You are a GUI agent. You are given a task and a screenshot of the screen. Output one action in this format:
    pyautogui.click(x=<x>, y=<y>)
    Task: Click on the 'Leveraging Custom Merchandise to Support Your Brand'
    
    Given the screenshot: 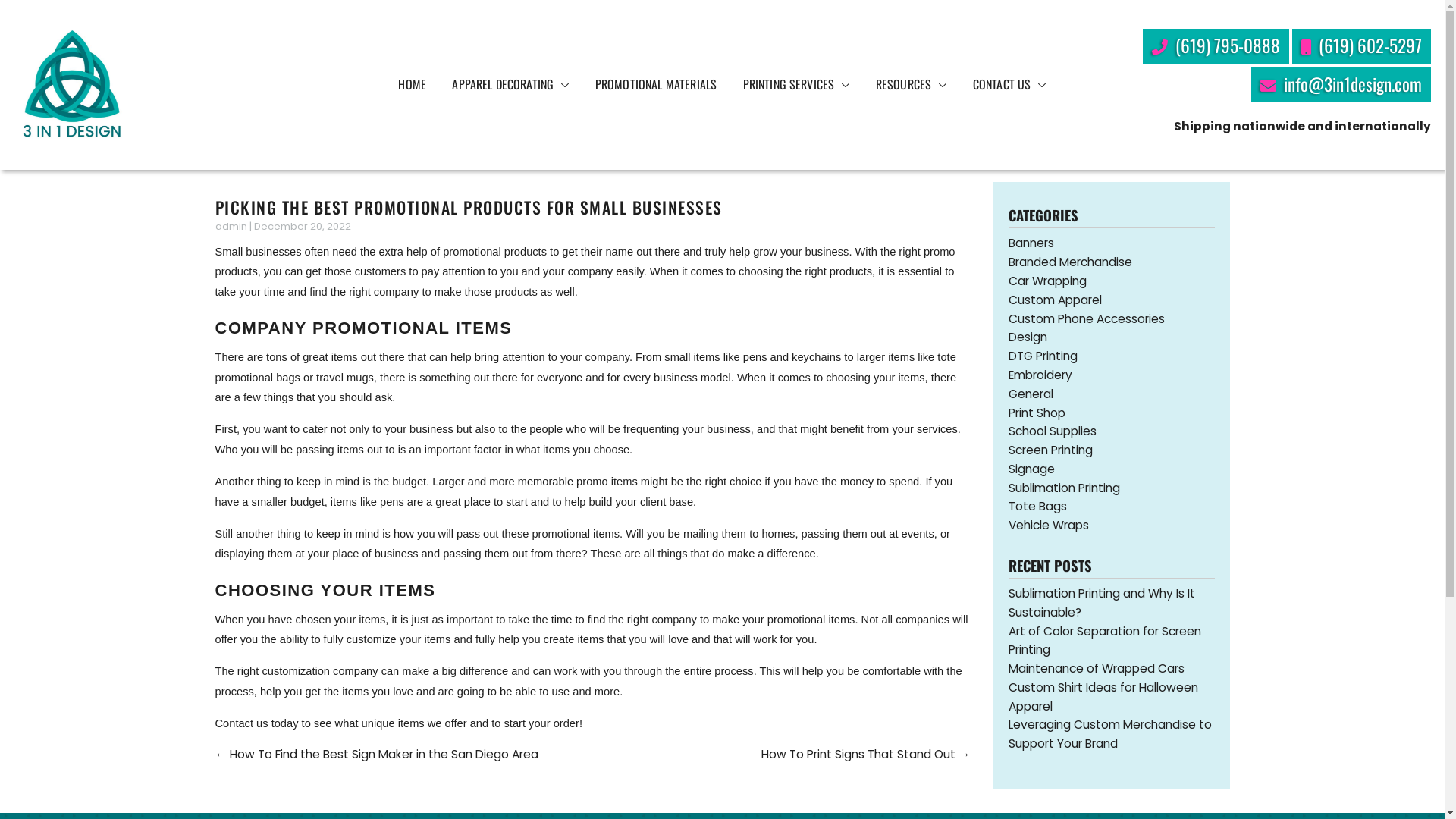 What is the action you would take?
    pyautogui.click(x=1110, y=733)
    